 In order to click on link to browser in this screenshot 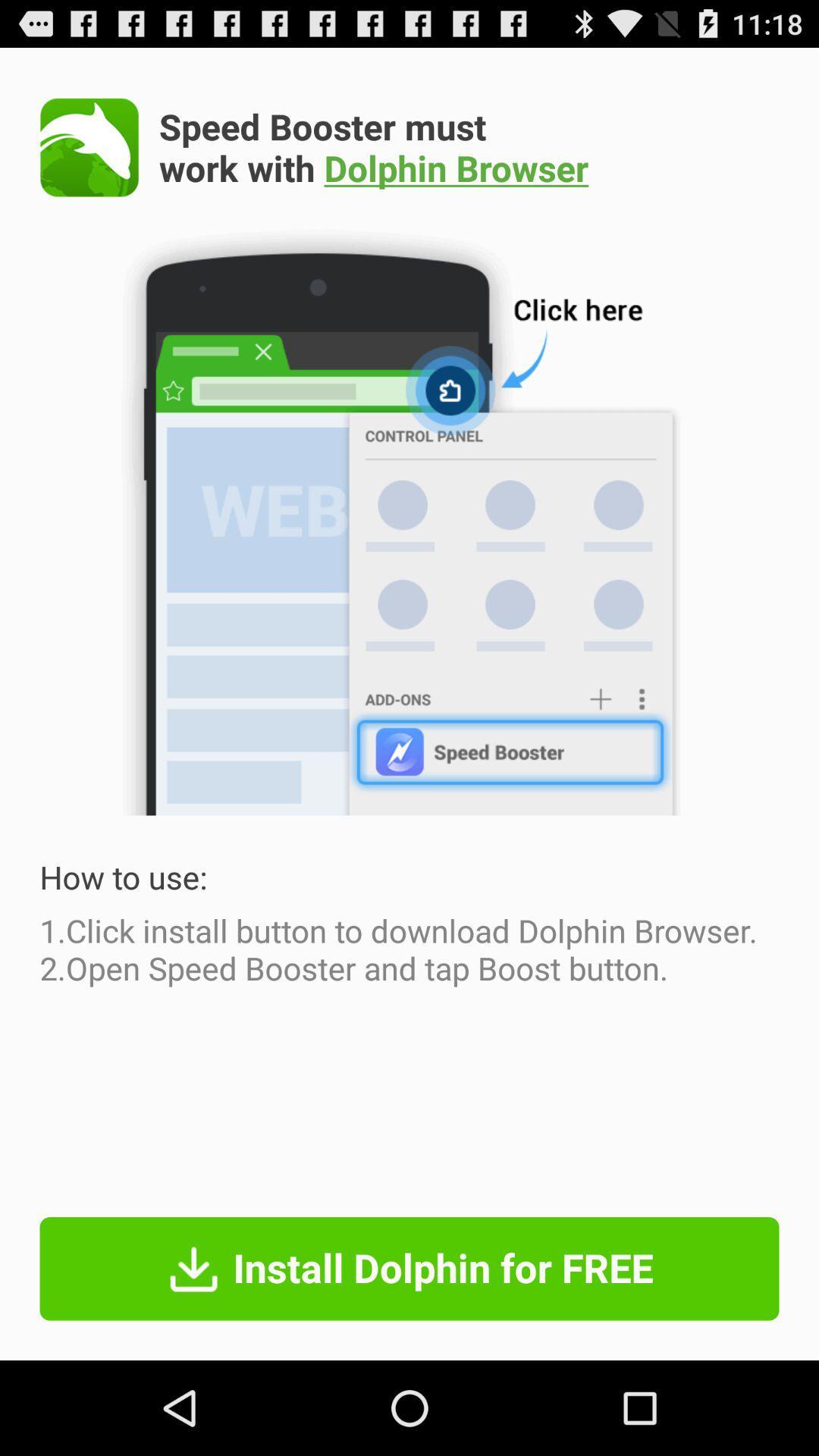, I will do `click(89, 147)`.